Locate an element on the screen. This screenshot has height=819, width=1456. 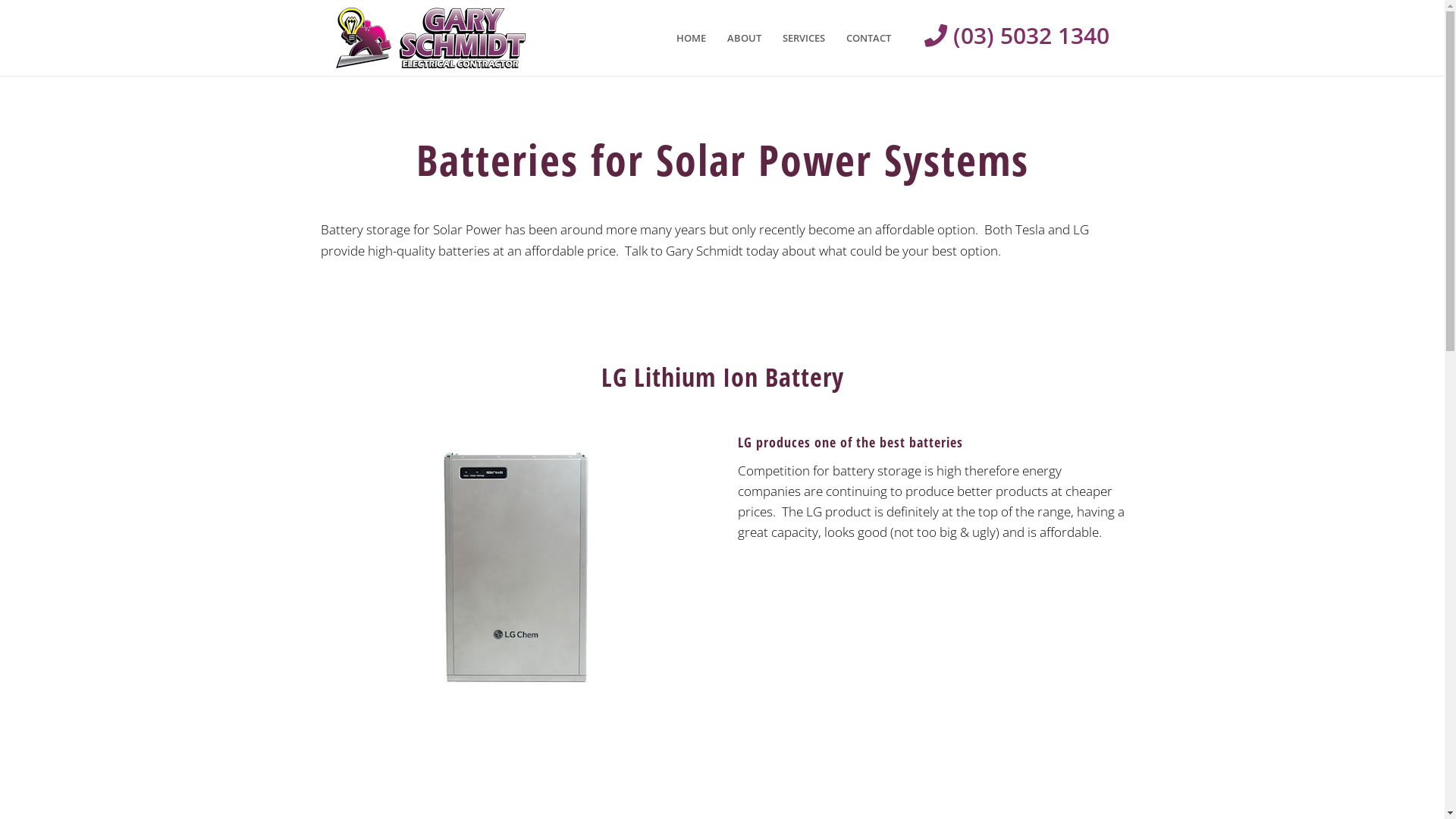
'LG Battery' is located at coordinates (513, 570).